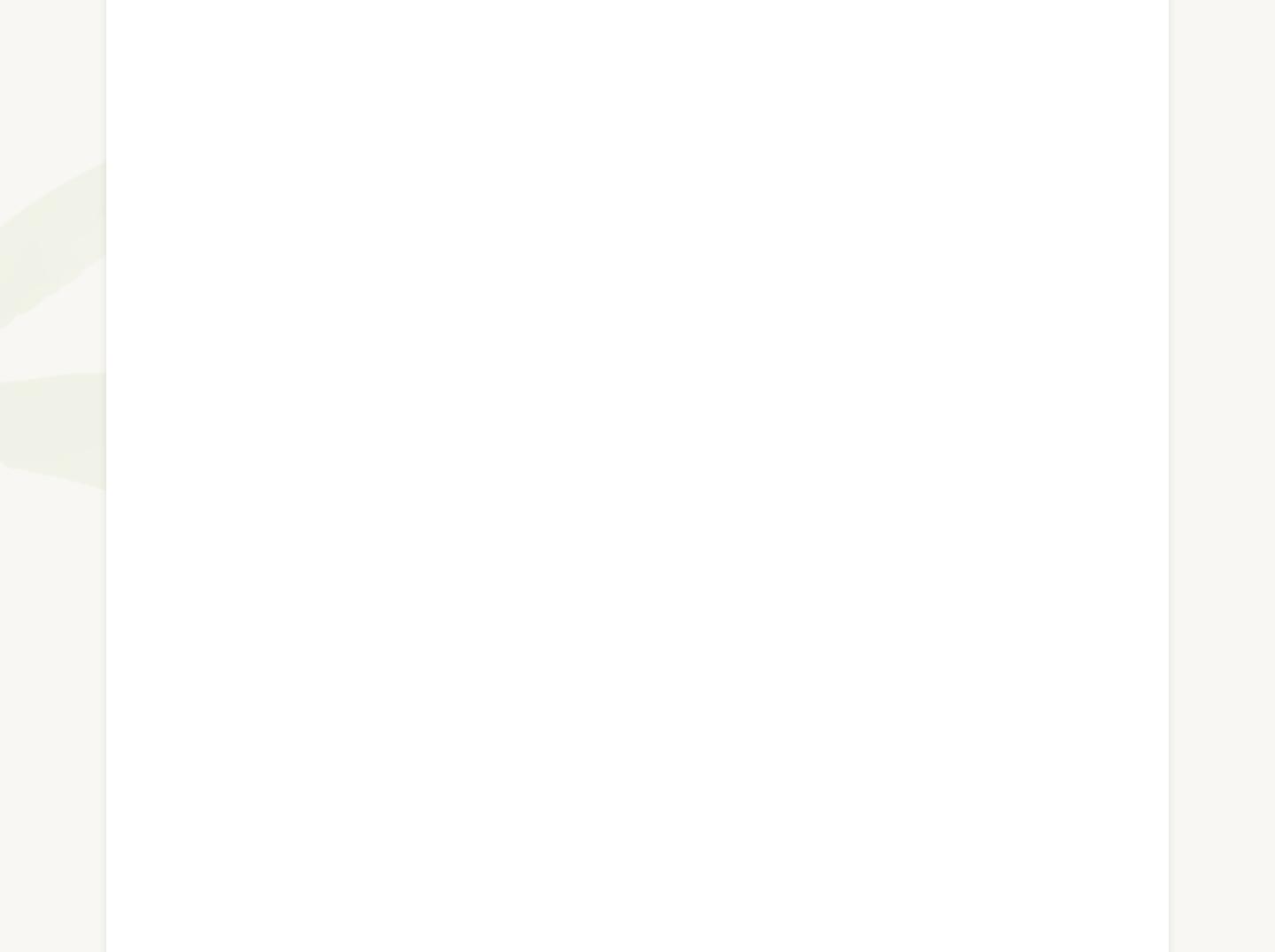  I want to click on 'Alison K', so click(200, 454).